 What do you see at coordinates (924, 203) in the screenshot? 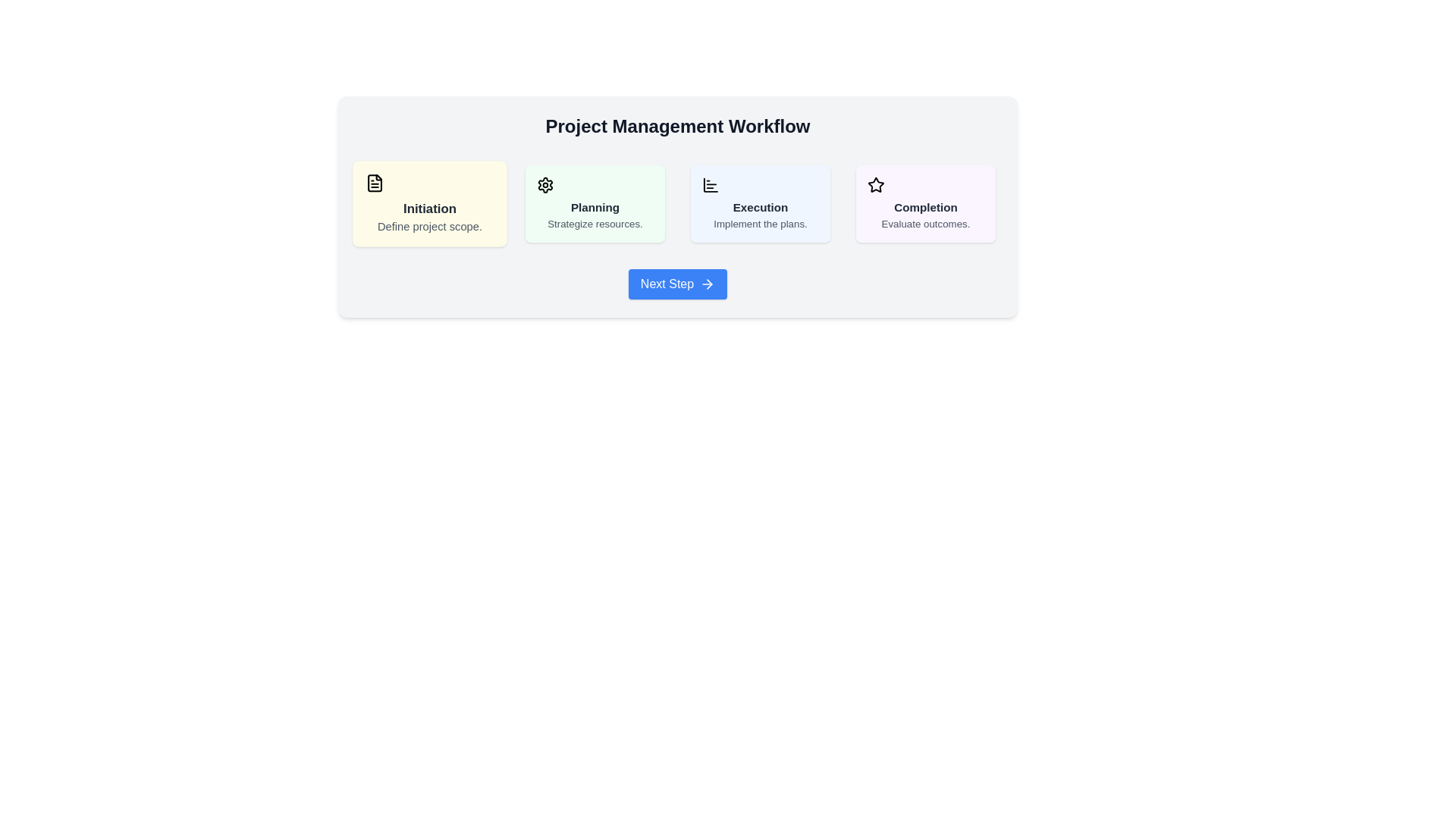
I see `the informational card with a purple background that contains a star icon and the text 'Completion' and 'Evaluate outcomes.' positioned to the far right within the grid layout` at bounding box center [924, 203].